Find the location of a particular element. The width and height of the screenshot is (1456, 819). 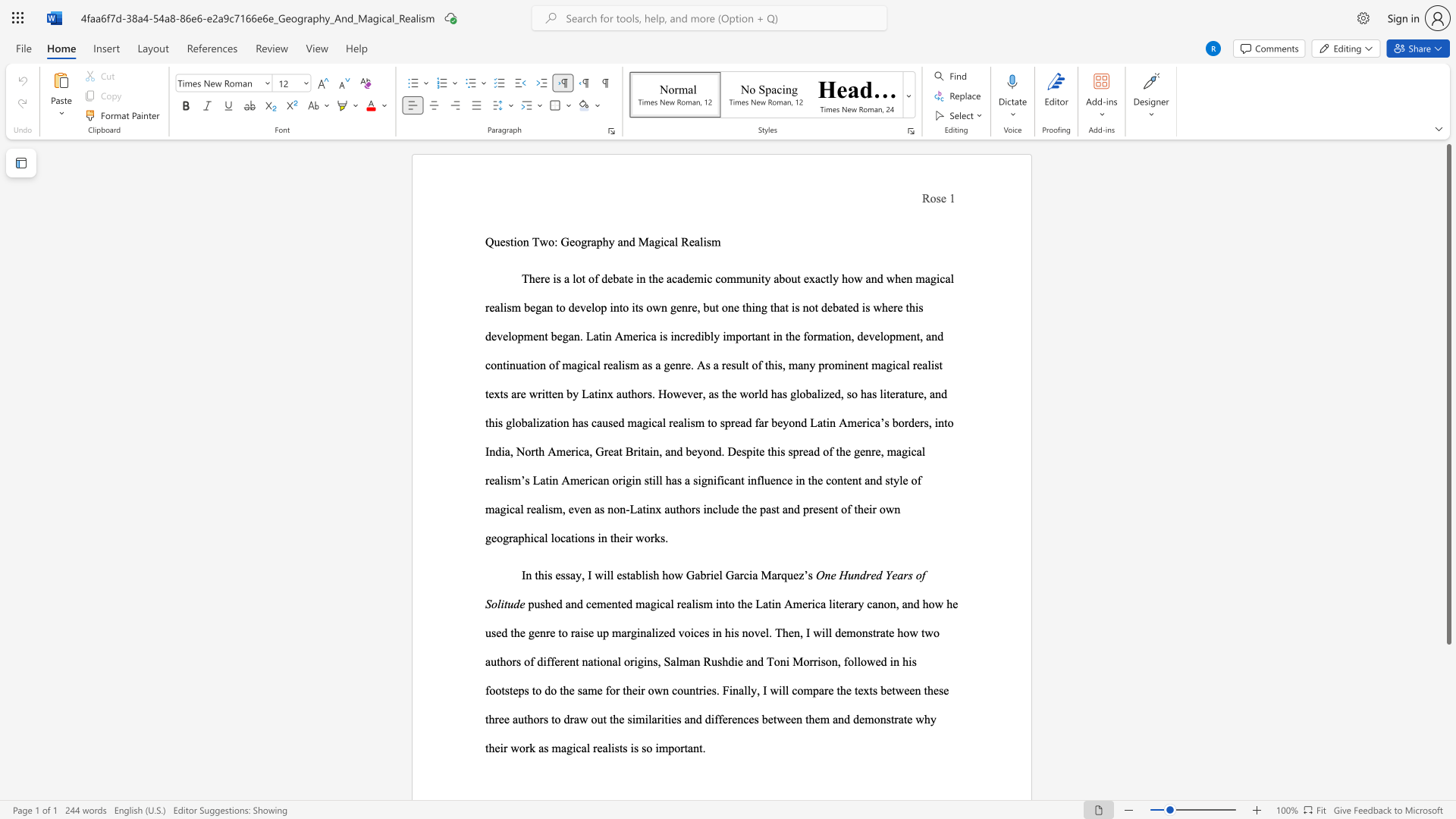

the subset text "te" within the text "demonstrate" is located at coordinates (885, 632).